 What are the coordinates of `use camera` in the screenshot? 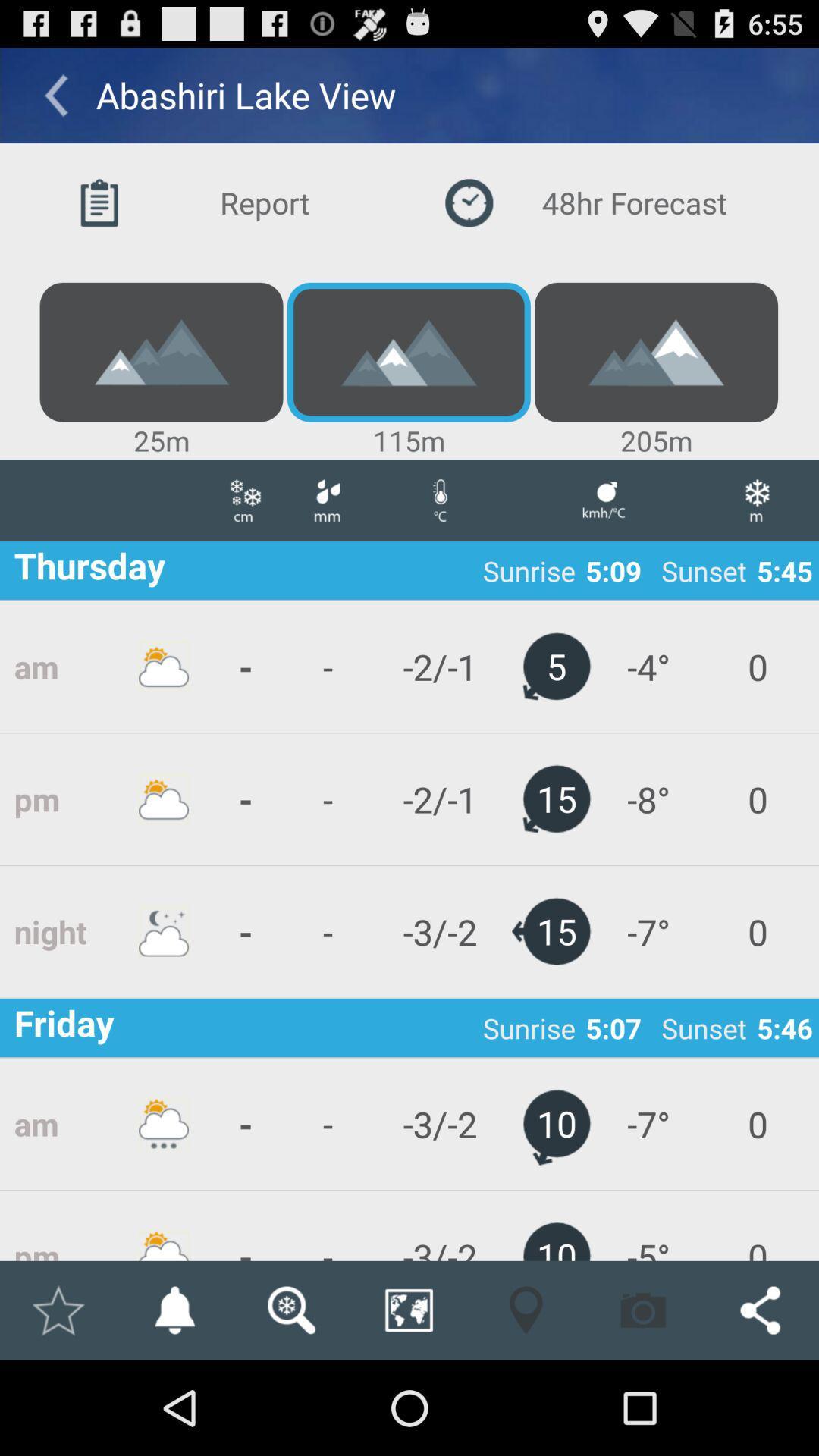 It's located at (643, 1310).